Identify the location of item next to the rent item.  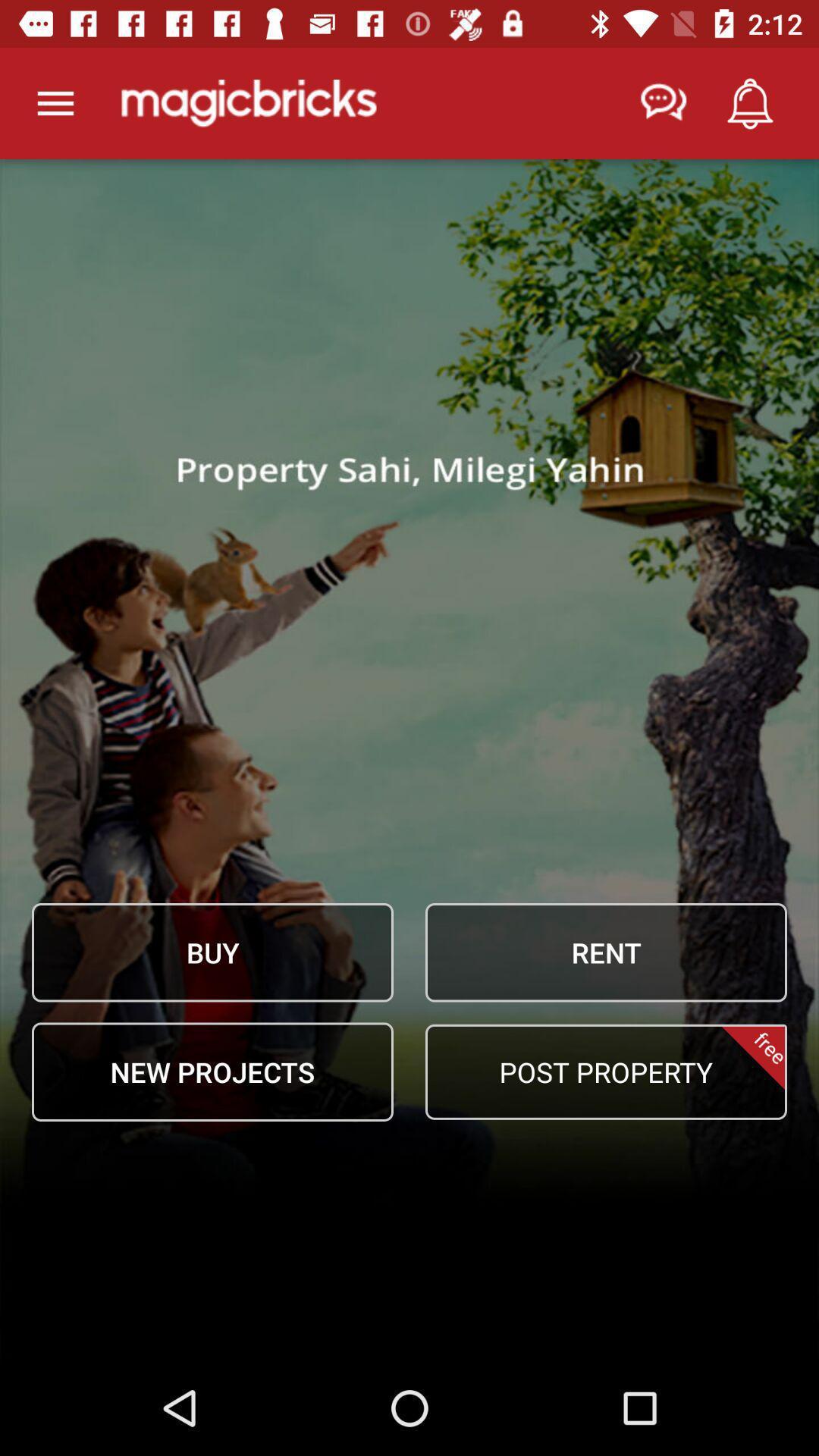
(212, 952).